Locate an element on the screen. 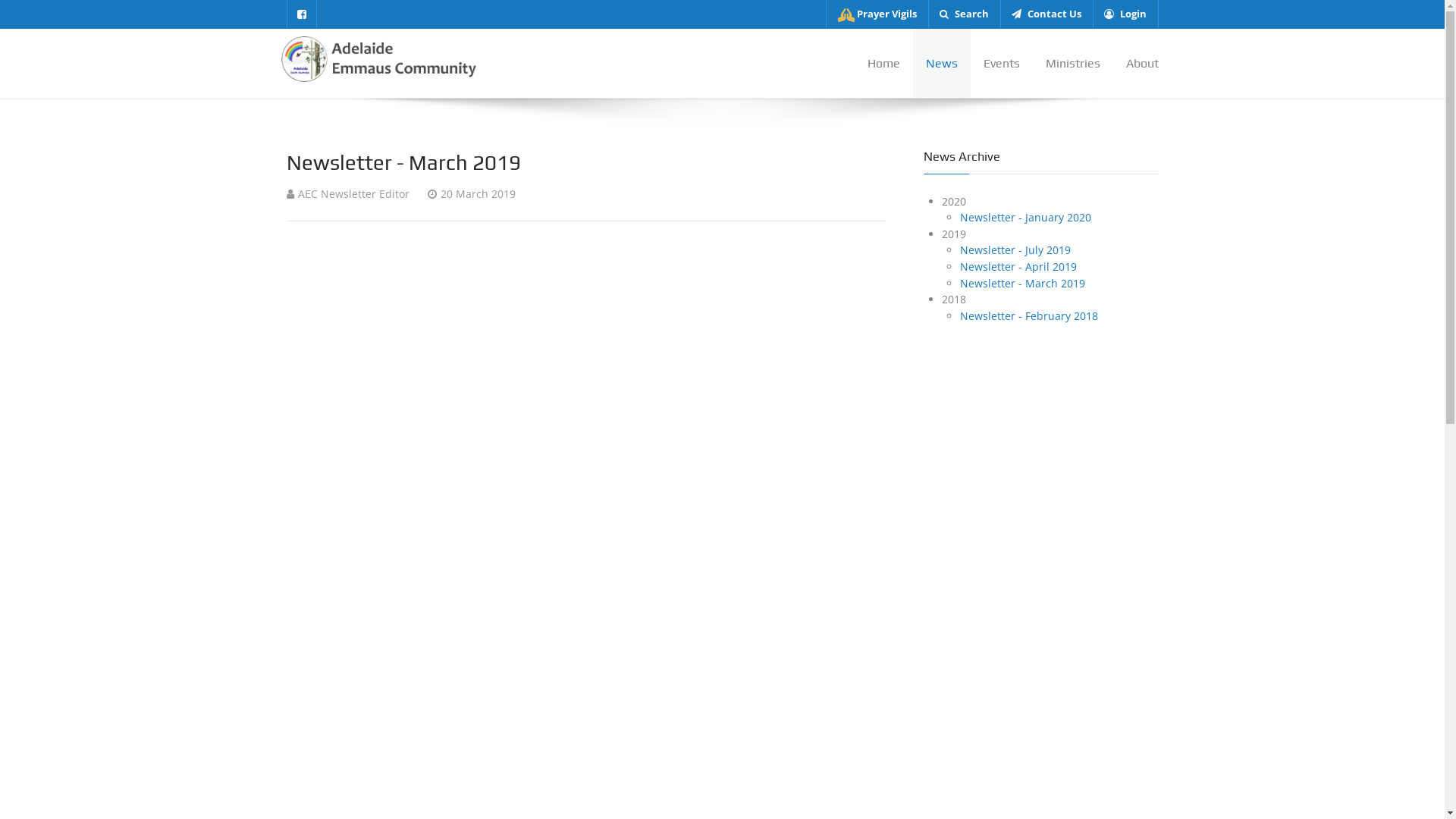  'Home' is located at coordinates (883, 62).